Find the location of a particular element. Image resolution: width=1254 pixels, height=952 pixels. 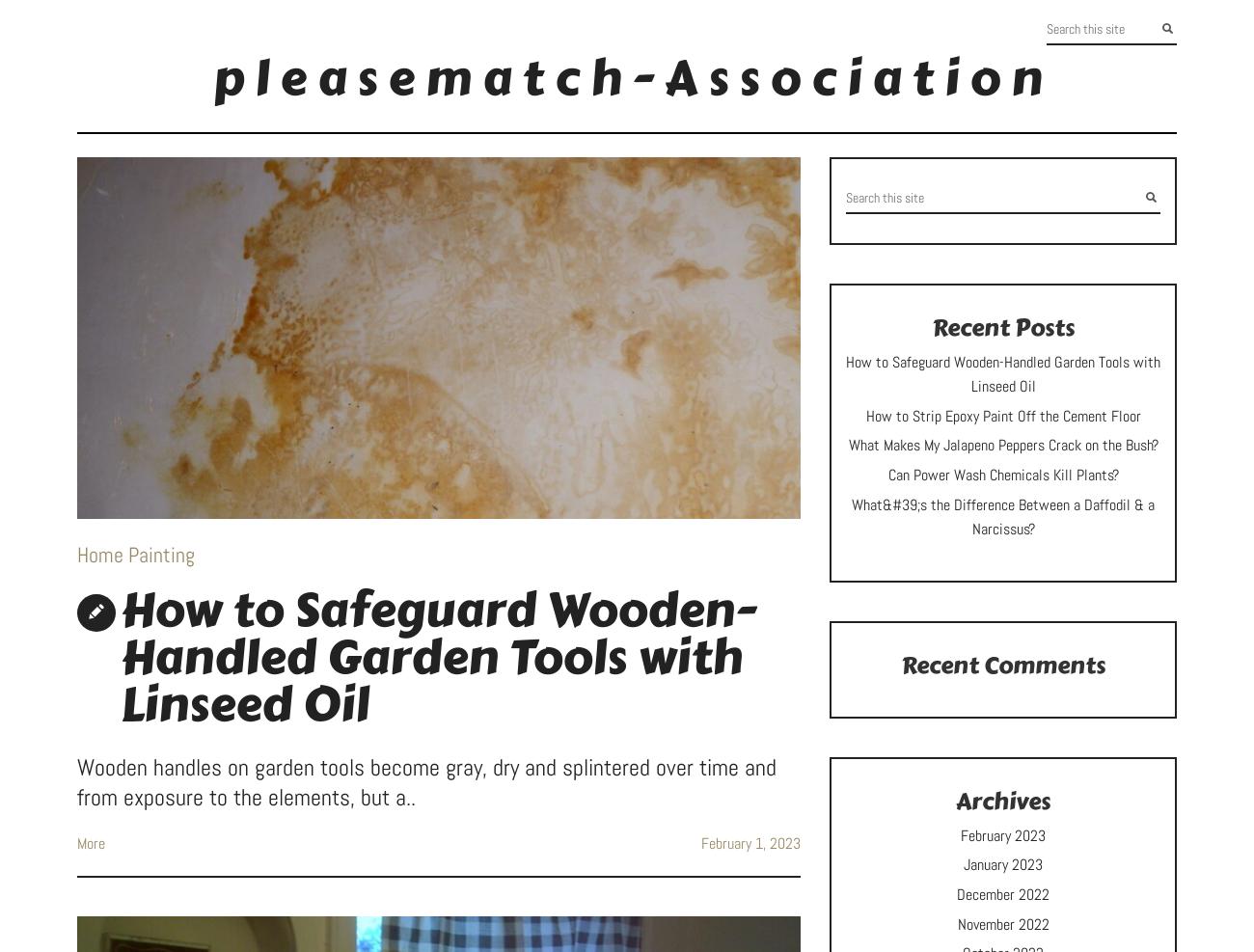

'p l e a s e m a t c h   -   A s s o c i a t i o n' is located at coordinates (626, 78).